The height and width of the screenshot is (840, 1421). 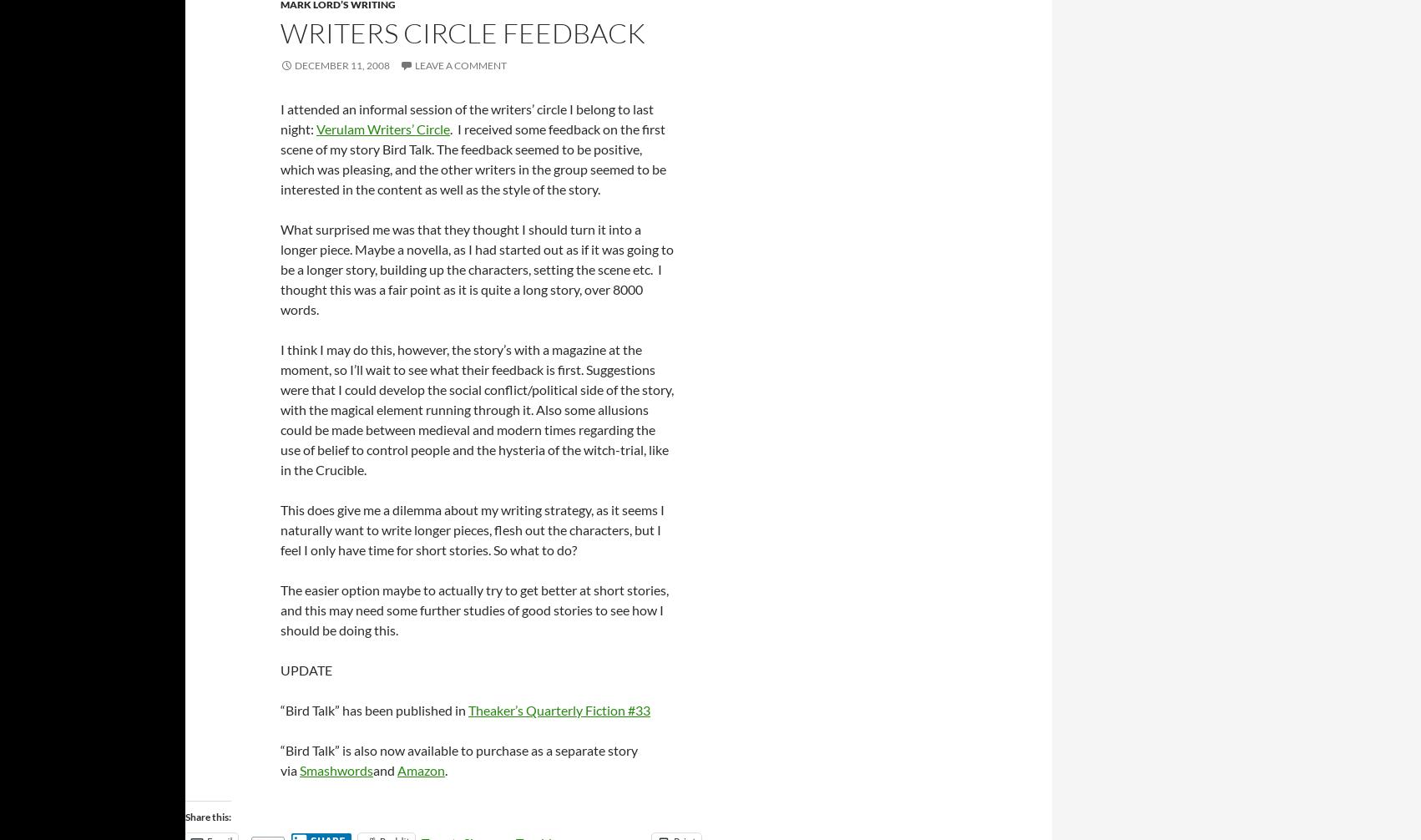 What do you see at coordinates (280, 267) in the screenshot?
I see `'What surprised me was that they thought I should turn it into a longer piece. Maybe a novella, as I had started out as if it was going to be a longer story, building up the characters, setting the scene etc.  I thought this was a fair point as it is quite a long story, over 8000 words.'` at bounding box center [280, 267].